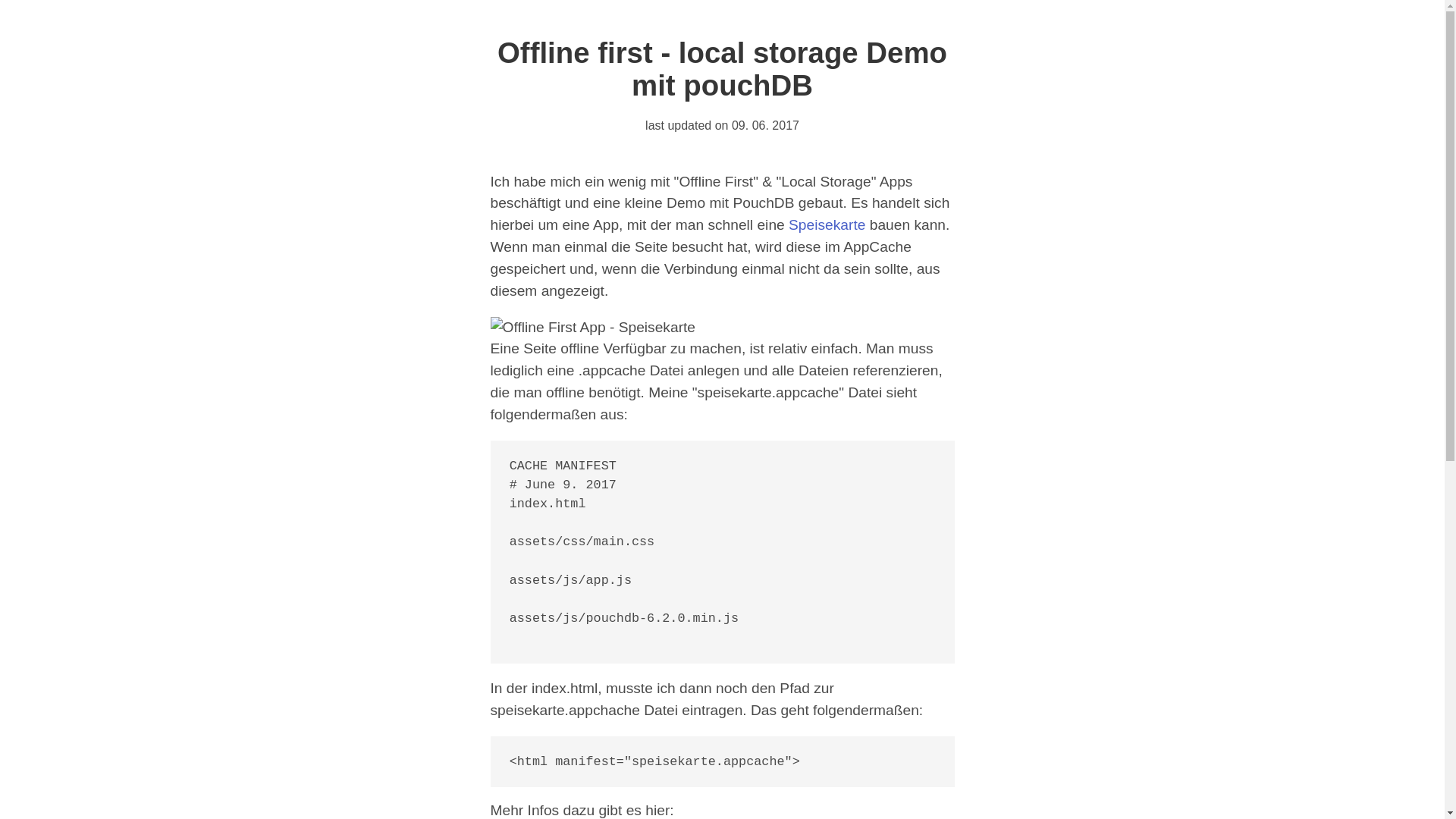 The height and width of the screenshot is (819, 1456). What do you see at coordinates (826, 224) in the screenshot?
I see `'Speisekarte'` at bounding box center [826, 224].